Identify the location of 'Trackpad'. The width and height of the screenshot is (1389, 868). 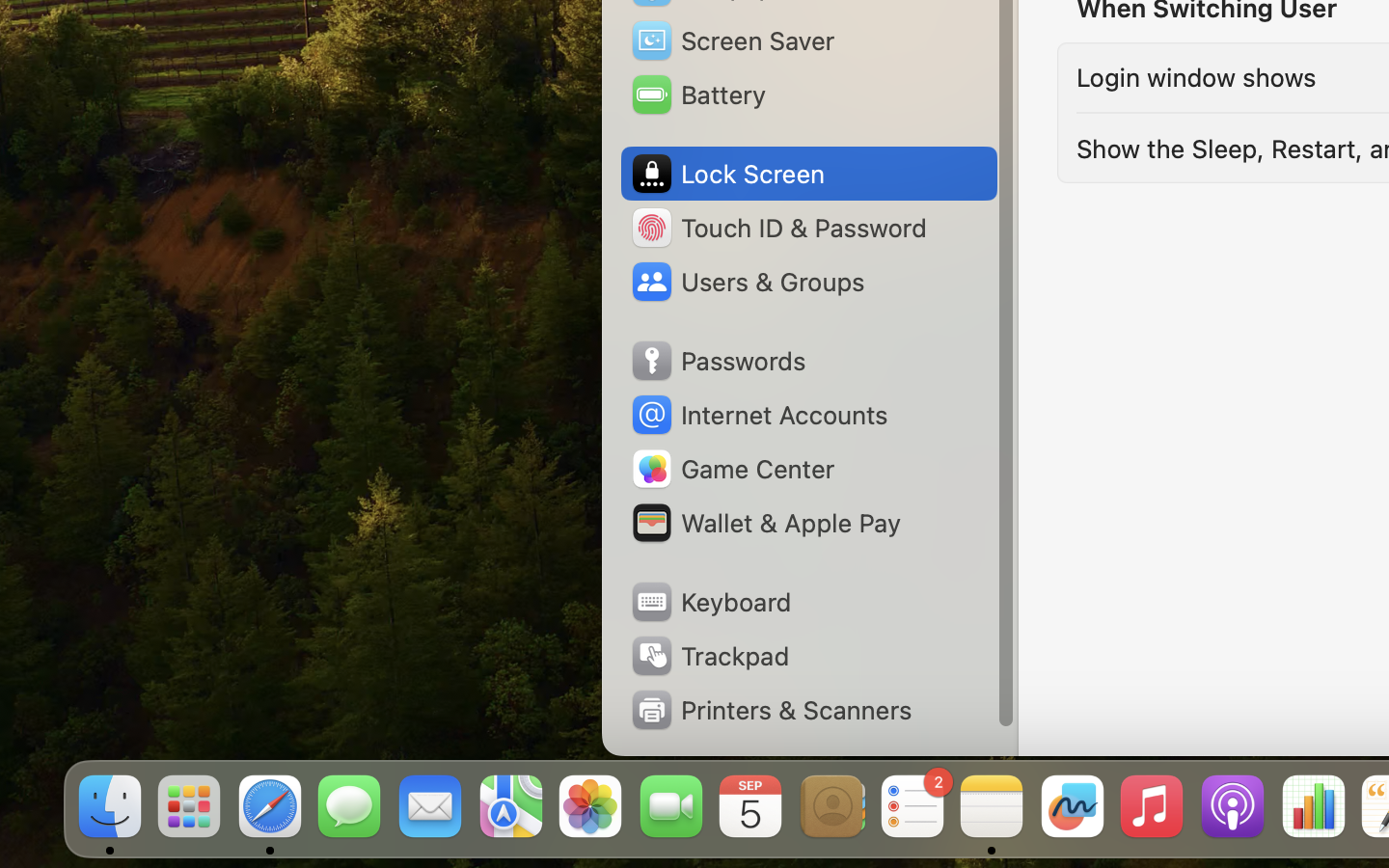
(707, 655).